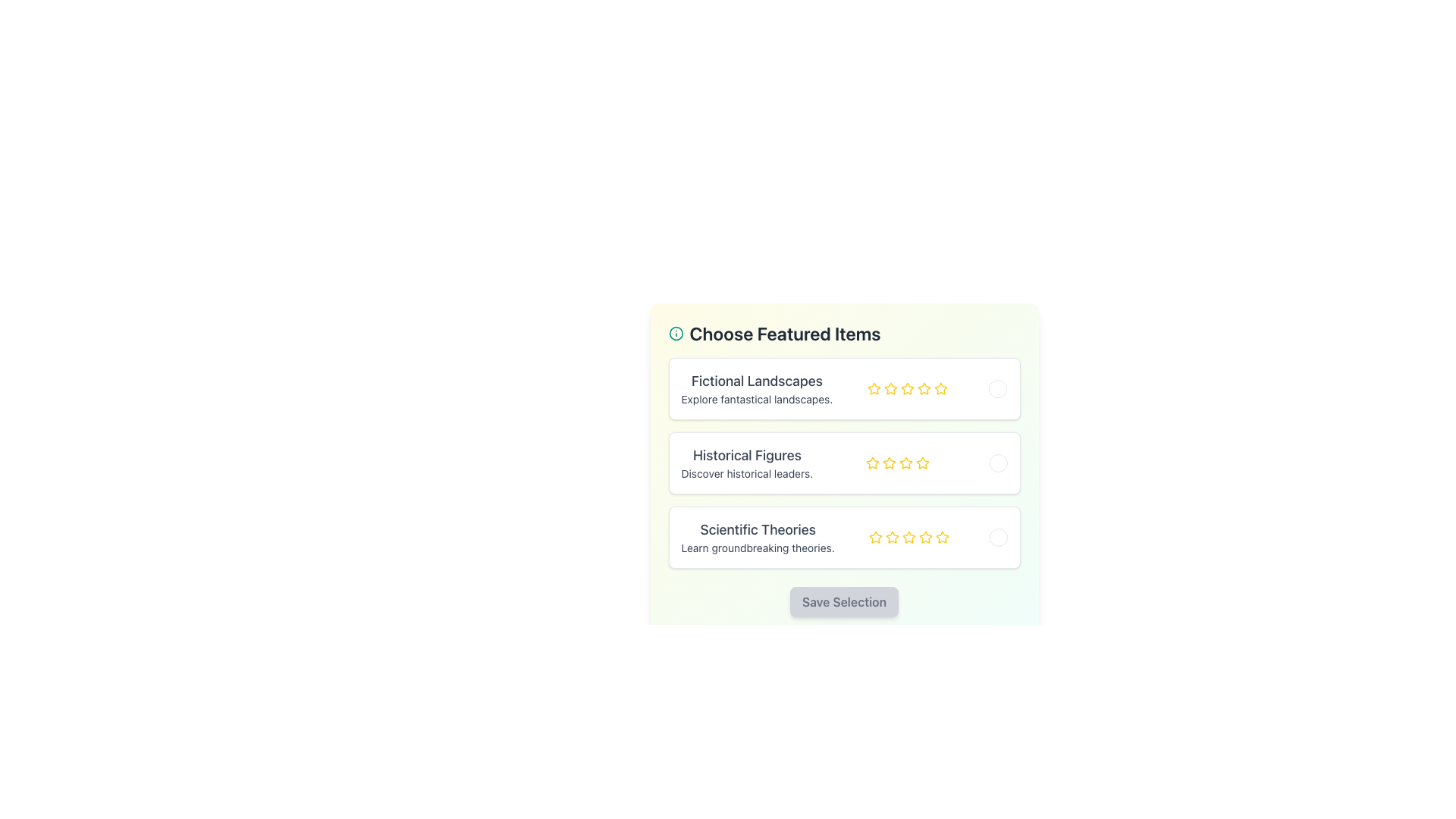  What do you see at coordinates (757, 388) in the screenshot?
I see `the descriptive title and subtitle text element for 'Fictional Landscapes' located in the first item of the card list under 'Choose Featured Items'` at bounding box center [757, 388].